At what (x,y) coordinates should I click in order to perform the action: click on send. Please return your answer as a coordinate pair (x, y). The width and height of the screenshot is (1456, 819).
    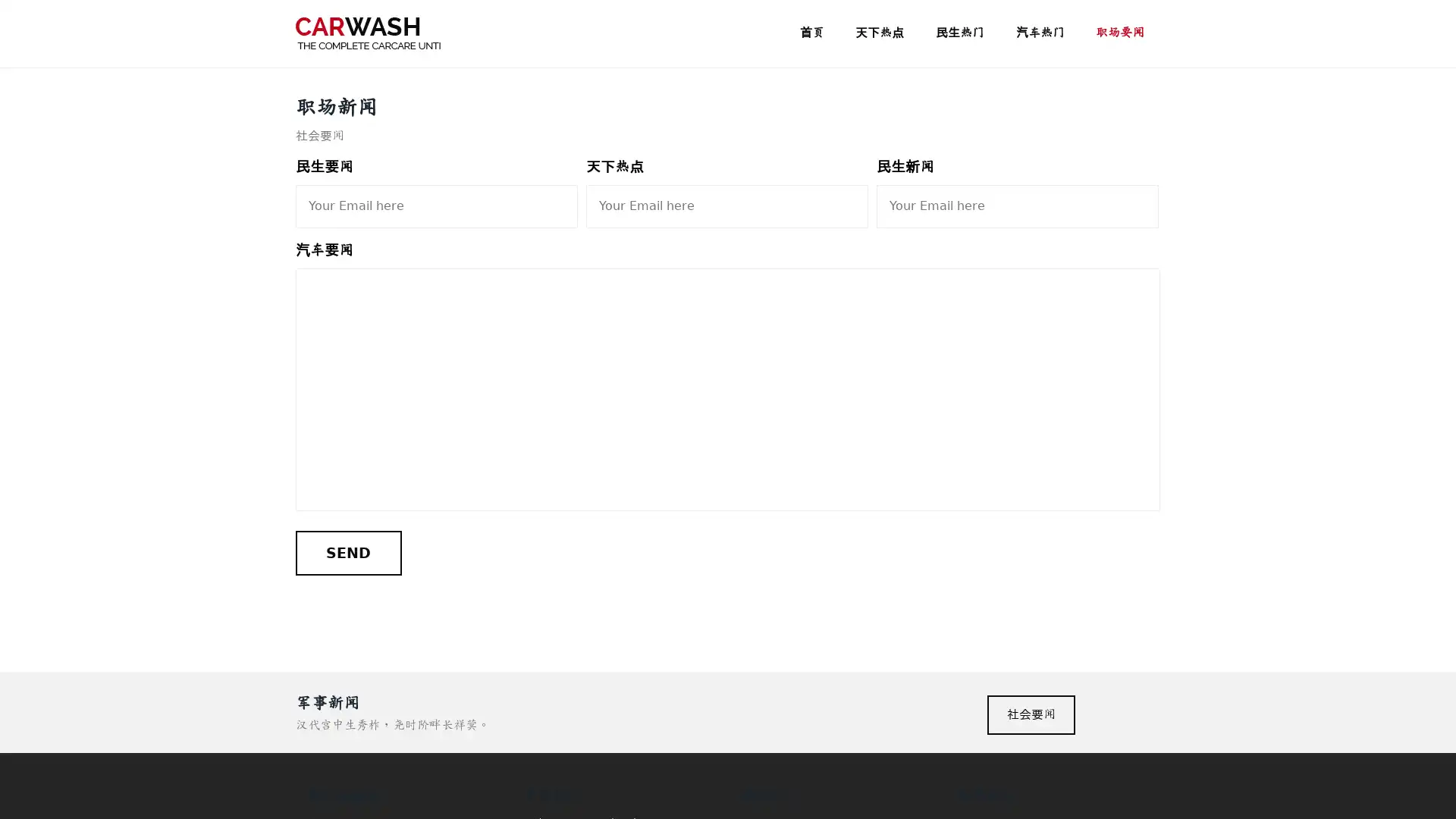
    Looking at the image, I should click on (347, 553).